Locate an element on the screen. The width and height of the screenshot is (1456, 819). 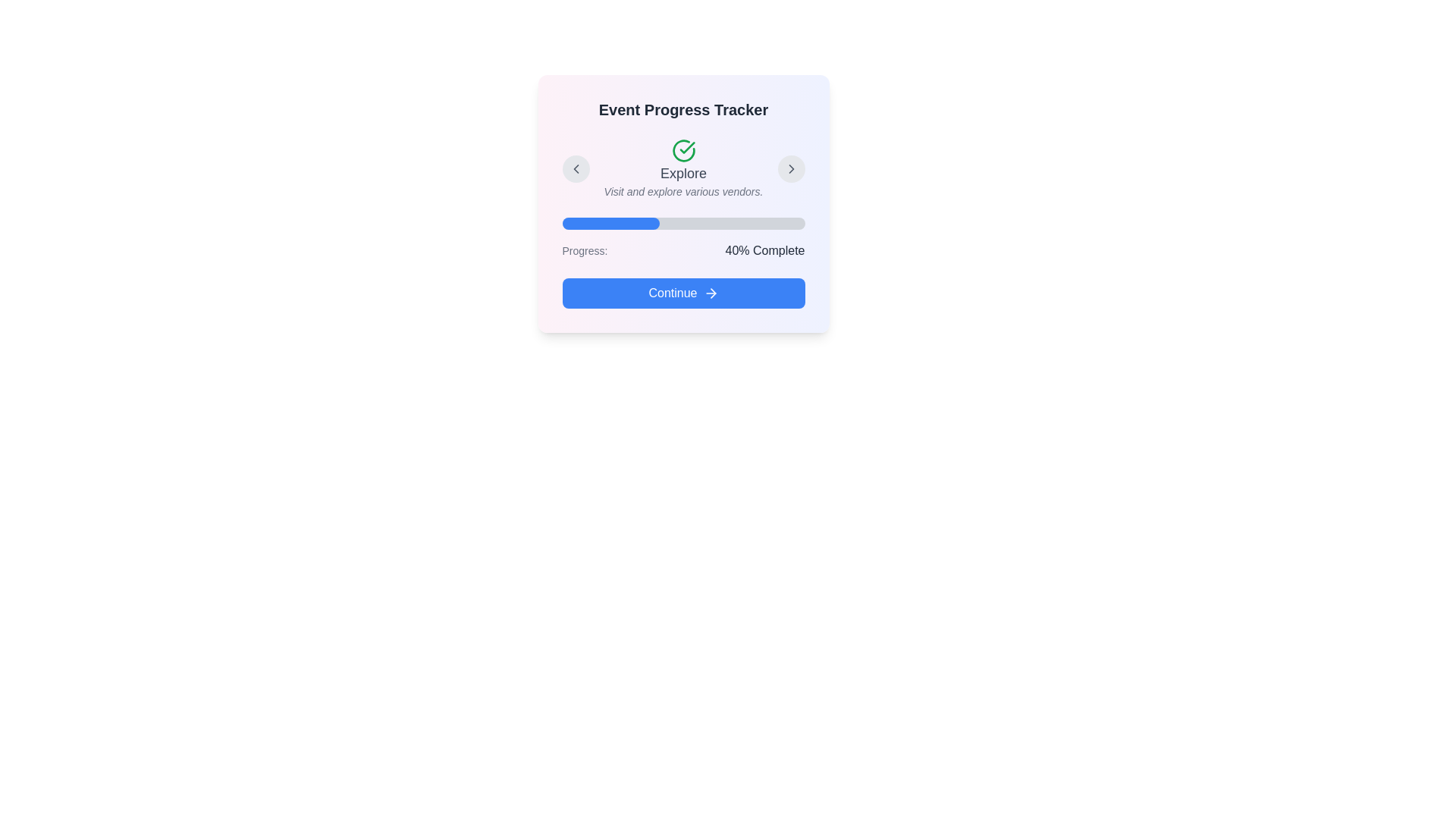
the Header Text element at the top of the card section, which provides context or a title for the content below it is located at coordinates (682, 109).